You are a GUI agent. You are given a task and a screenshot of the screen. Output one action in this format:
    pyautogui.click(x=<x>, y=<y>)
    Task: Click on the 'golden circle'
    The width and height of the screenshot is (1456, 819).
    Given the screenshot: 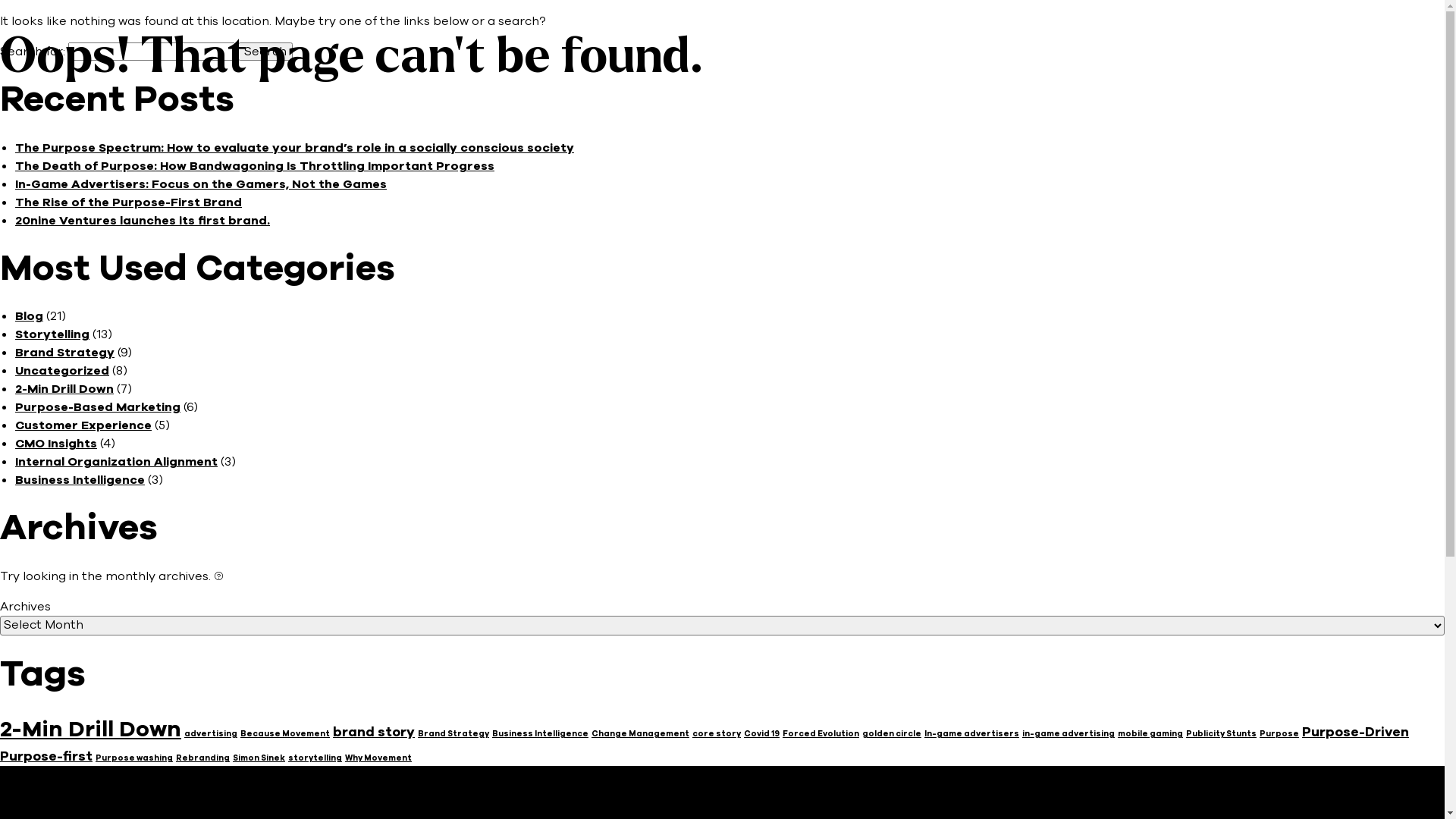 What is the action you would take?
    pyautogui.click(x=892, y=733)
    